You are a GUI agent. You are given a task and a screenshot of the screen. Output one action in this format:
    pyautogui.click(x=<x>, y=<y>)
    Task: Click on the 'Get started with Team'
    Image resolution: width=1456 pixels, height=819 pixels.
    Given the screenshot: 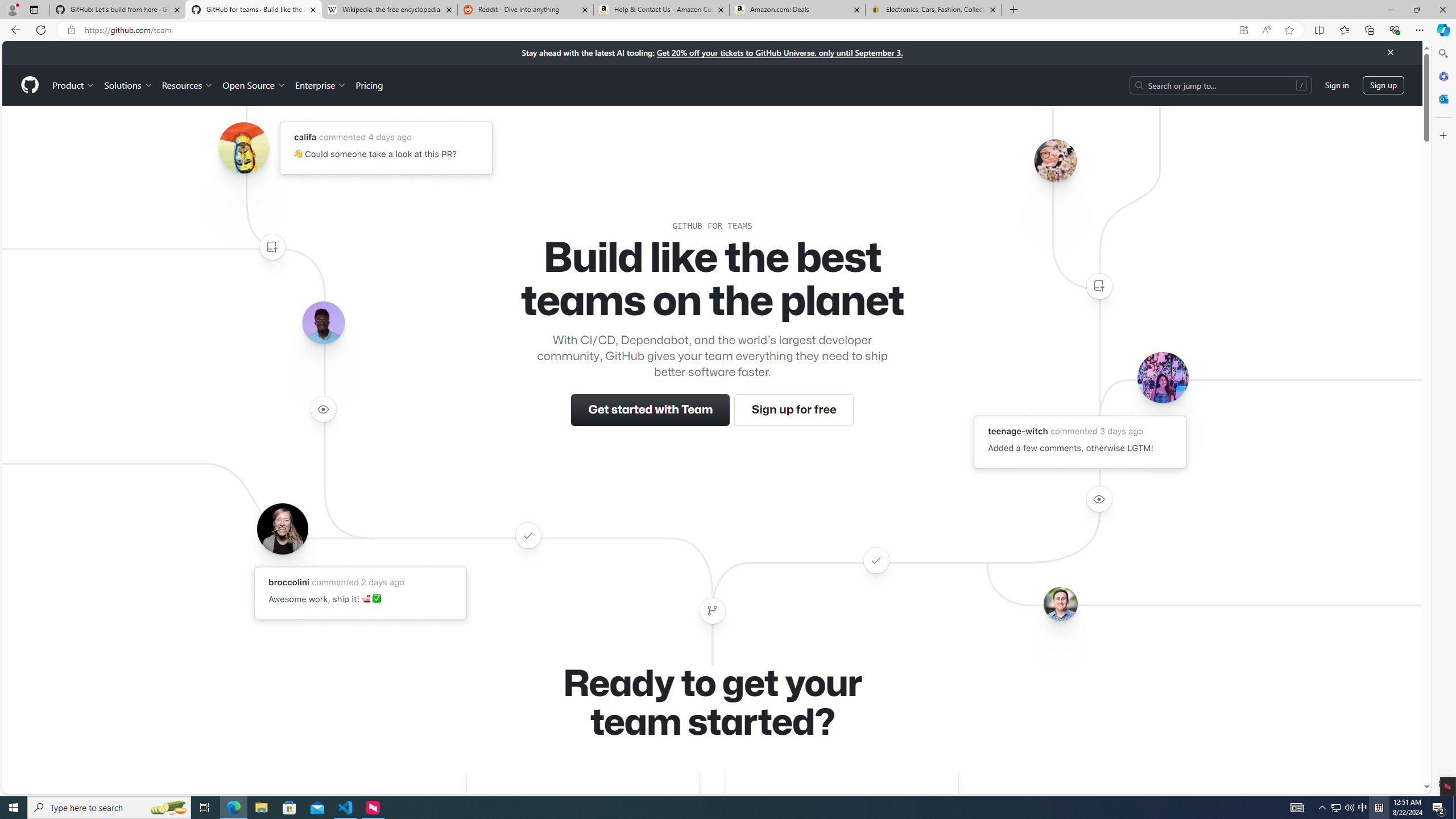 What is the action you would take?
    pyautogui.click(x=651, y=409)
    